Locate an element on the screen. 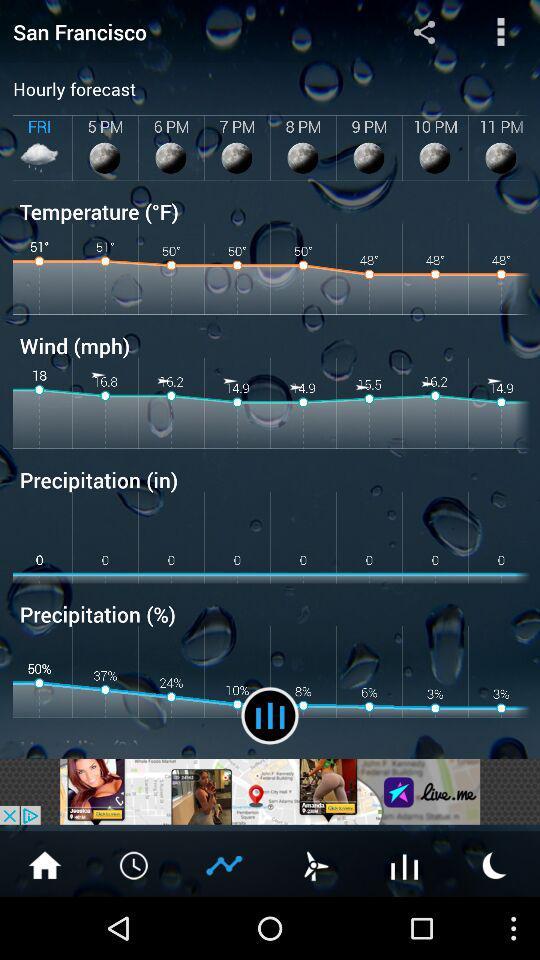  share weather details is located at coordinates (224, 863).